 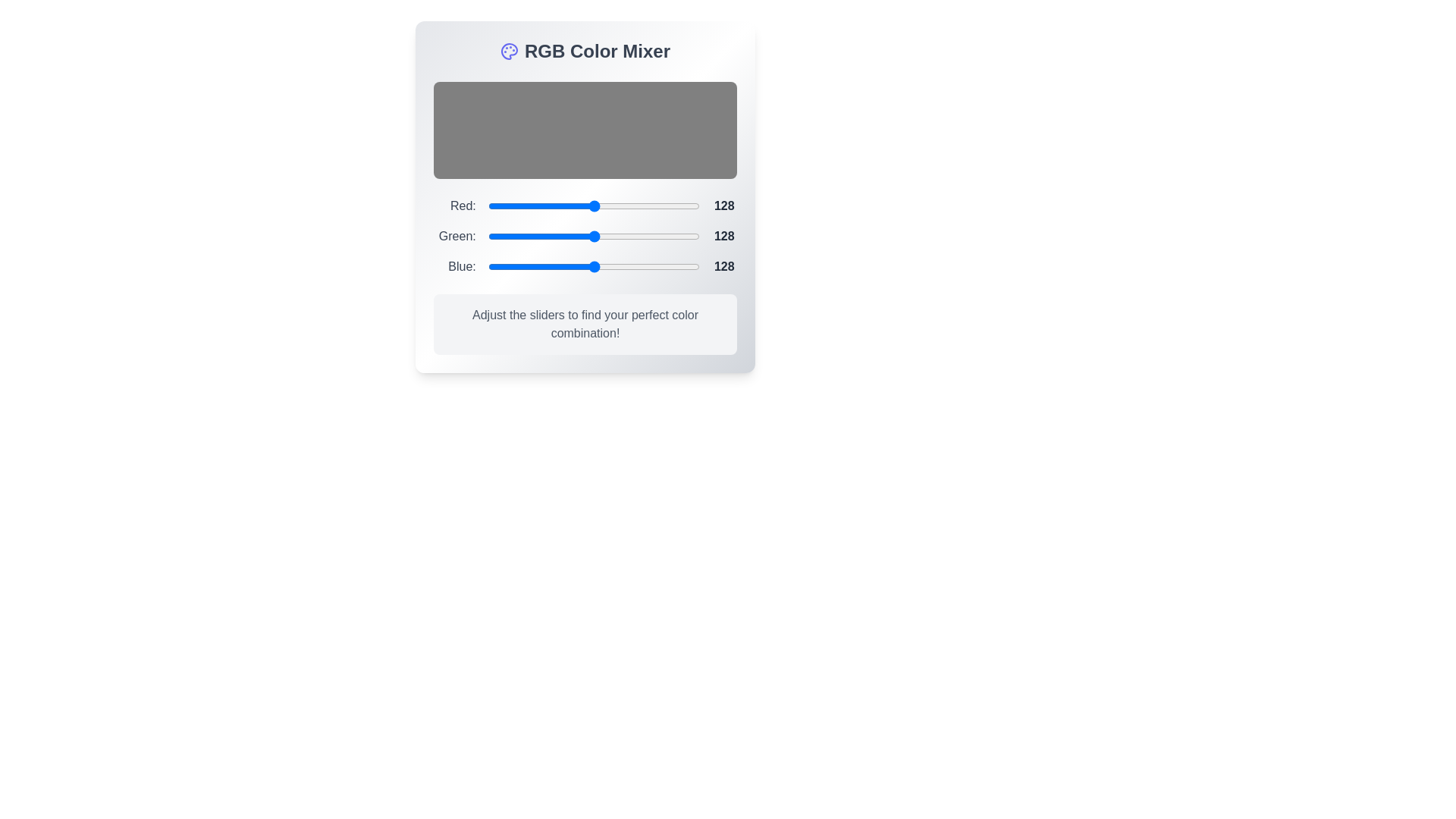 What do you see at coordinates (612, 237) in the screenshot?
I see `the 1 slider to a value of 44` at bounding box center [612, 237].